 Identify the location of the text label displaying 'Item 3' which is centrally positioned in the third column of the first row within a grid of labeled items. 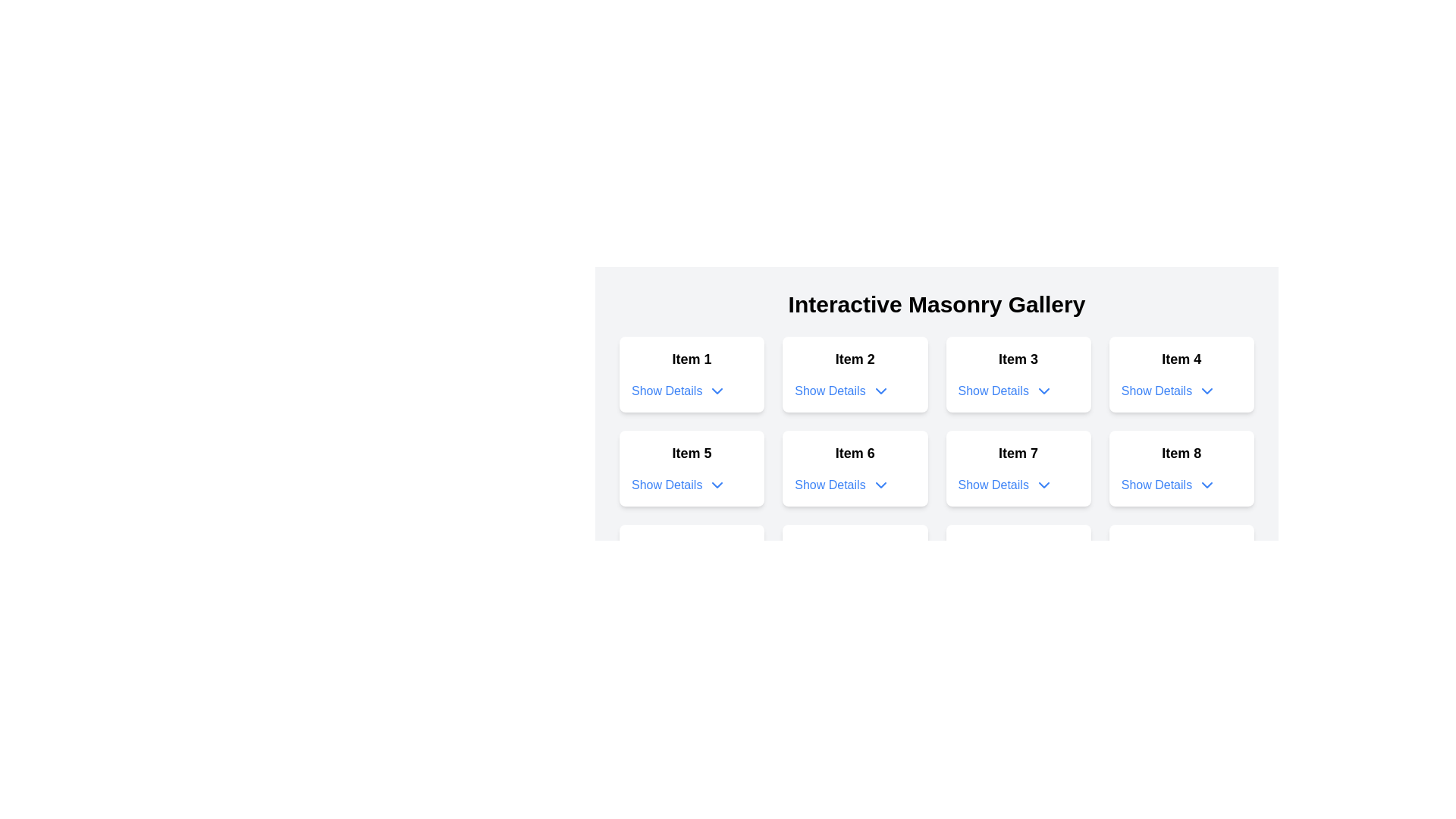
(1018, 359).